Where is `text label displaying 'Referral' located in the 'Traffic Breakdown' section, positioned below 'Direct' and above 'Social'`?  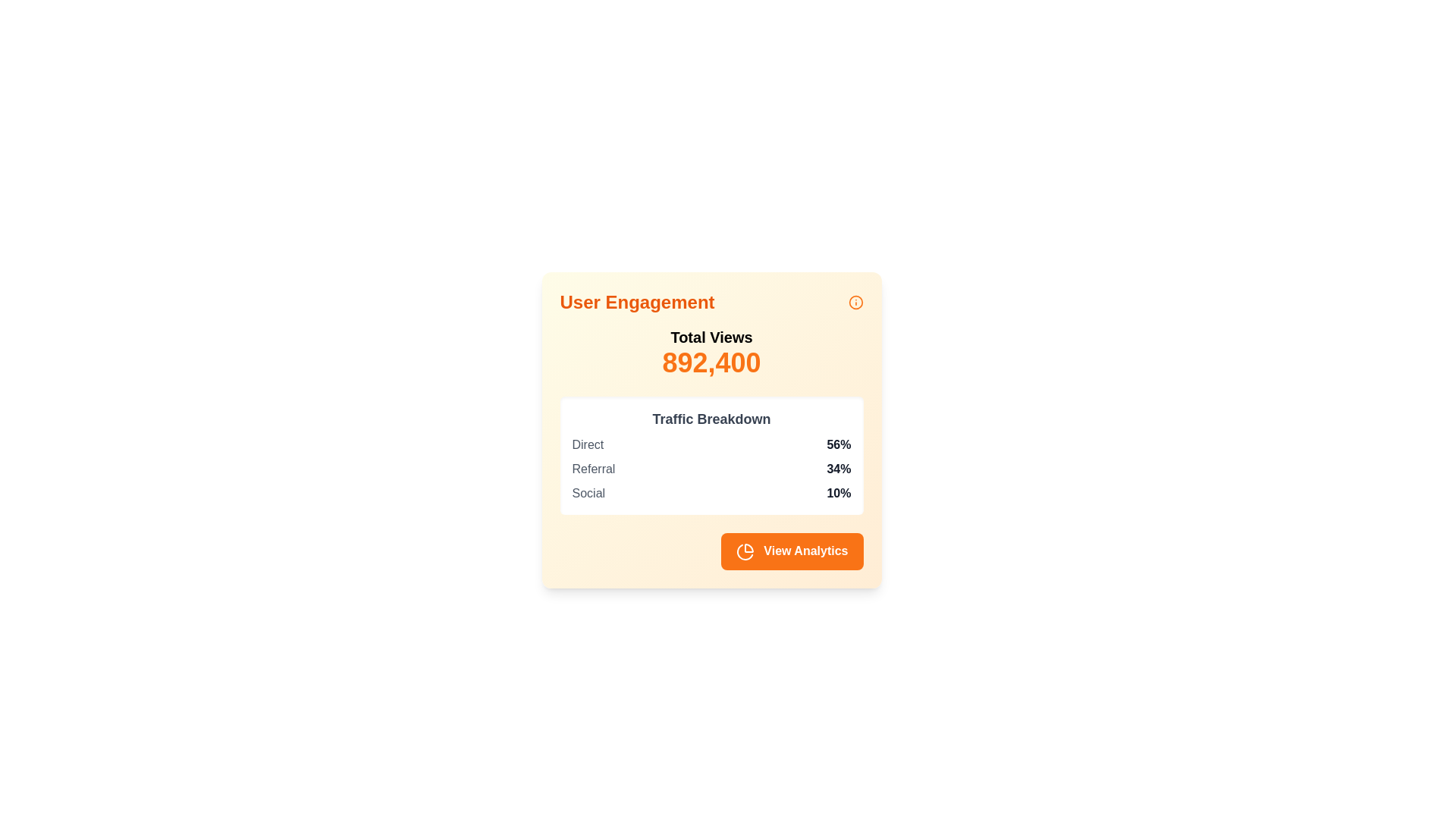
text label displaying 'Referral' located in the 'Traffic Breakdown' section, positioned below 'Direct' and above 'Social' is located at coordinates (592, 468).